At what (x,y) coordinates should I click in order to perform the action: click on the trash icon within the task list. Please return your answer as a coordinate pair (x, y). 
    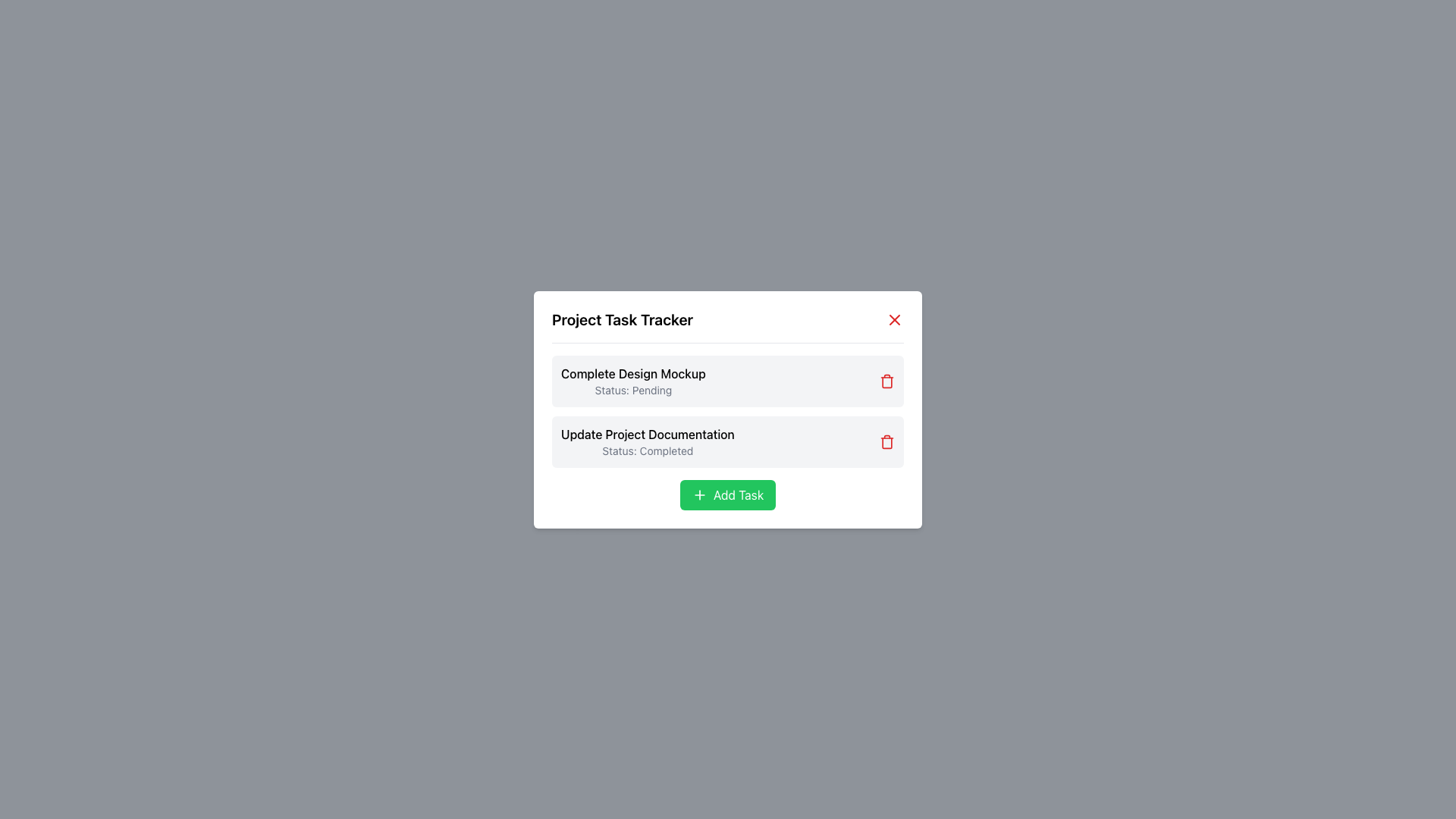
    Looking at the image, I should click on (887, 442).